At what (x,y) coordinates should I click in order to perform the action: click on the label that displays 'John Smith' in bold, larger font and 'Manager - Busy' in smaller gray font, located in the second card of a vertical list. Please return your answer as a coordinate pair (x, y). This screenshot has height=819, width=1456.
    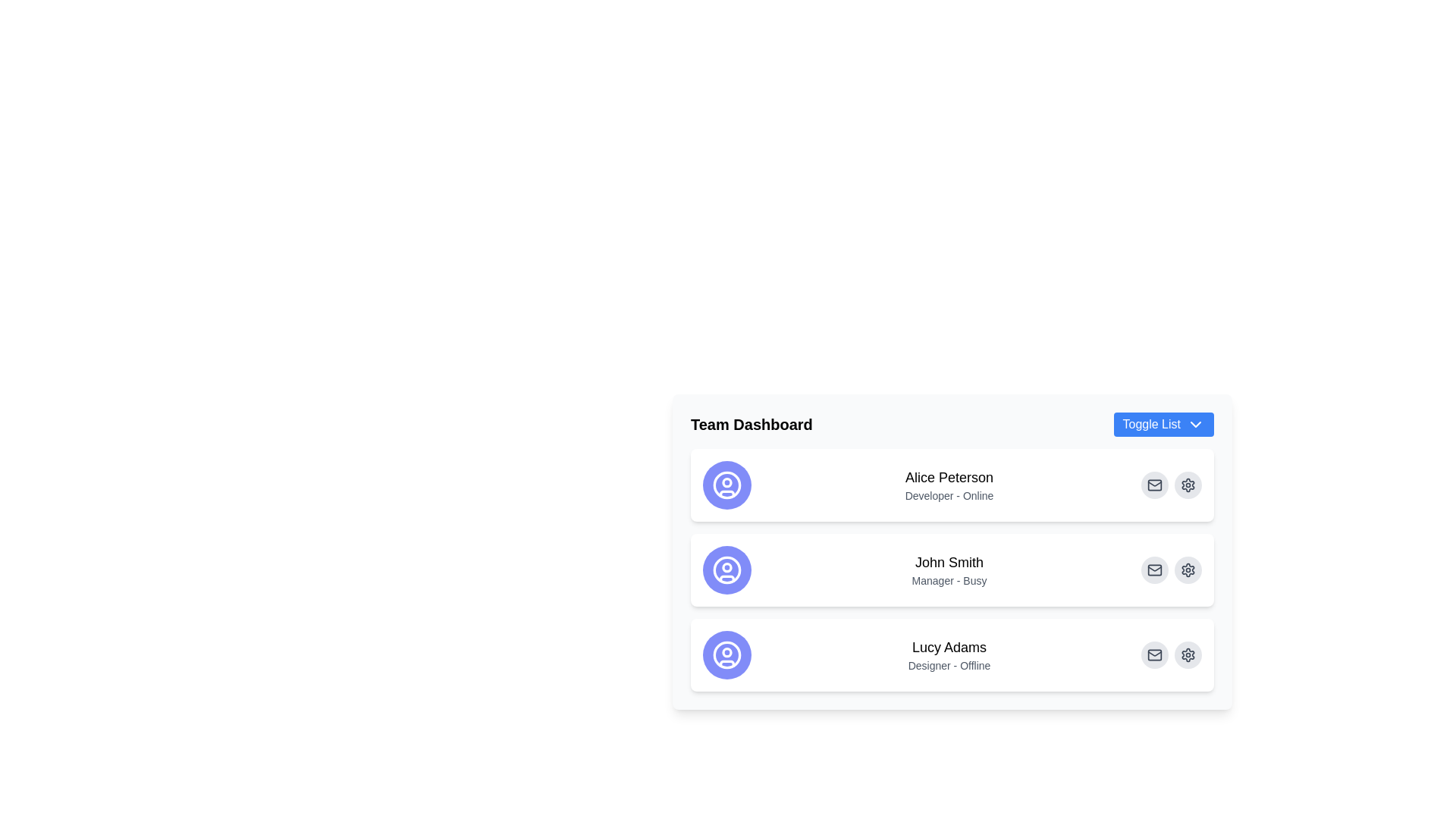
    Looking at the image, I should click on (949, 570).